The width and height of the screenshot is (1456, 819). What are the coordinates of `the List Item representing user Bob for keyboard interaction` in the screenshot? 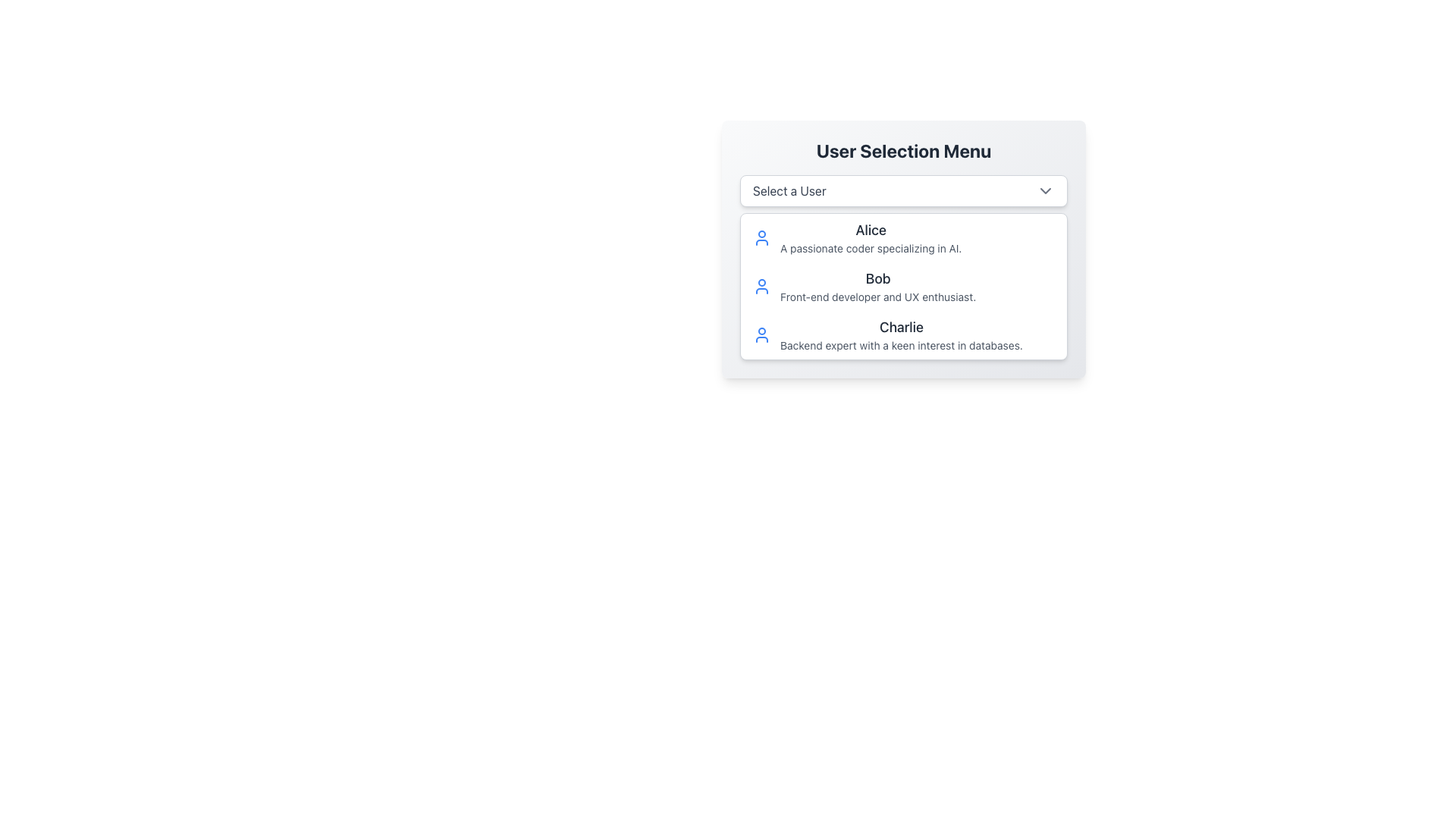 It's located at (903, 287).